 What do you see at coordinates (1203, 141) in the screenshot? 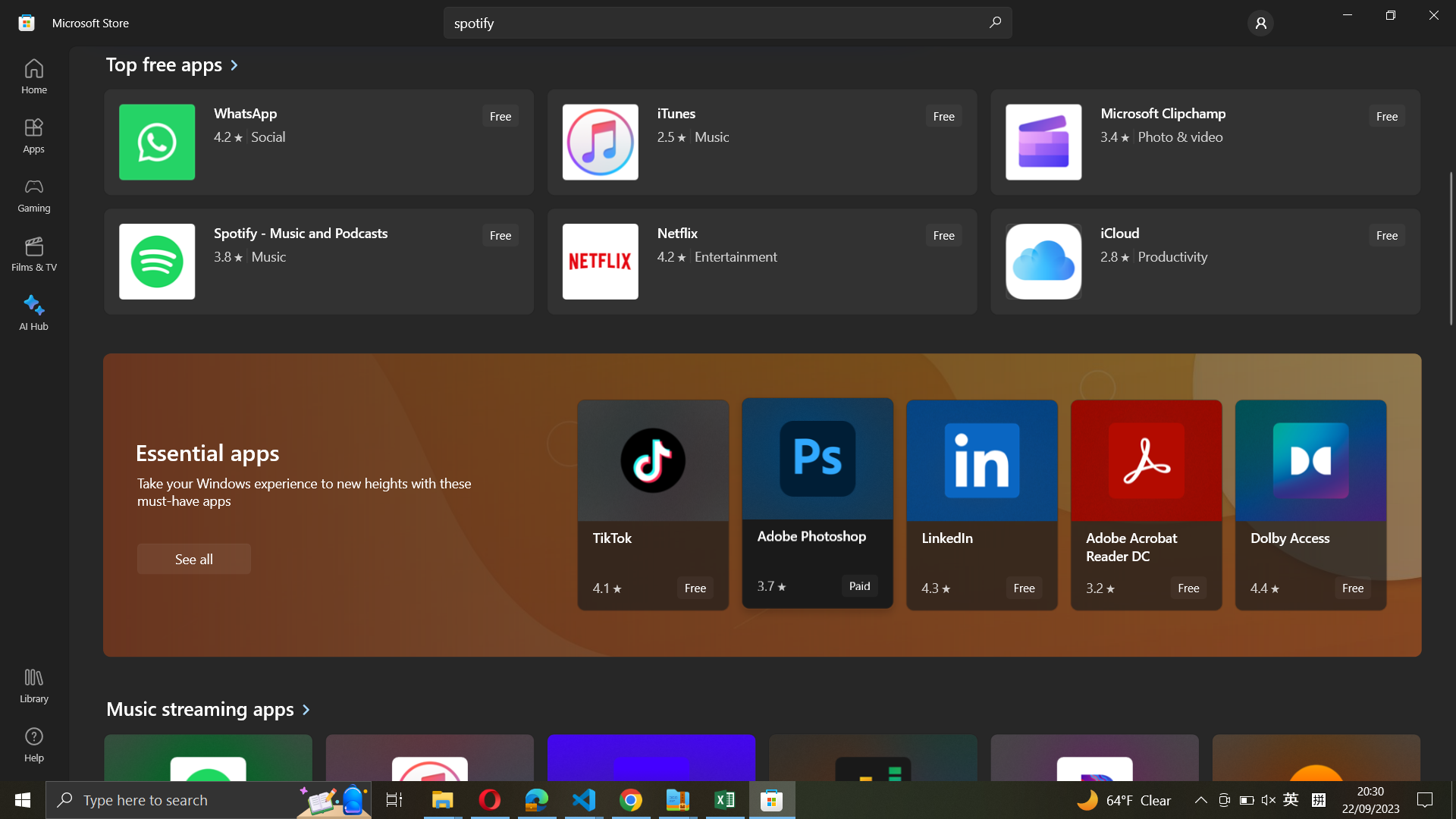
I see `Execute Microsoft Clipchamp` at bounding box center [1203, 141].